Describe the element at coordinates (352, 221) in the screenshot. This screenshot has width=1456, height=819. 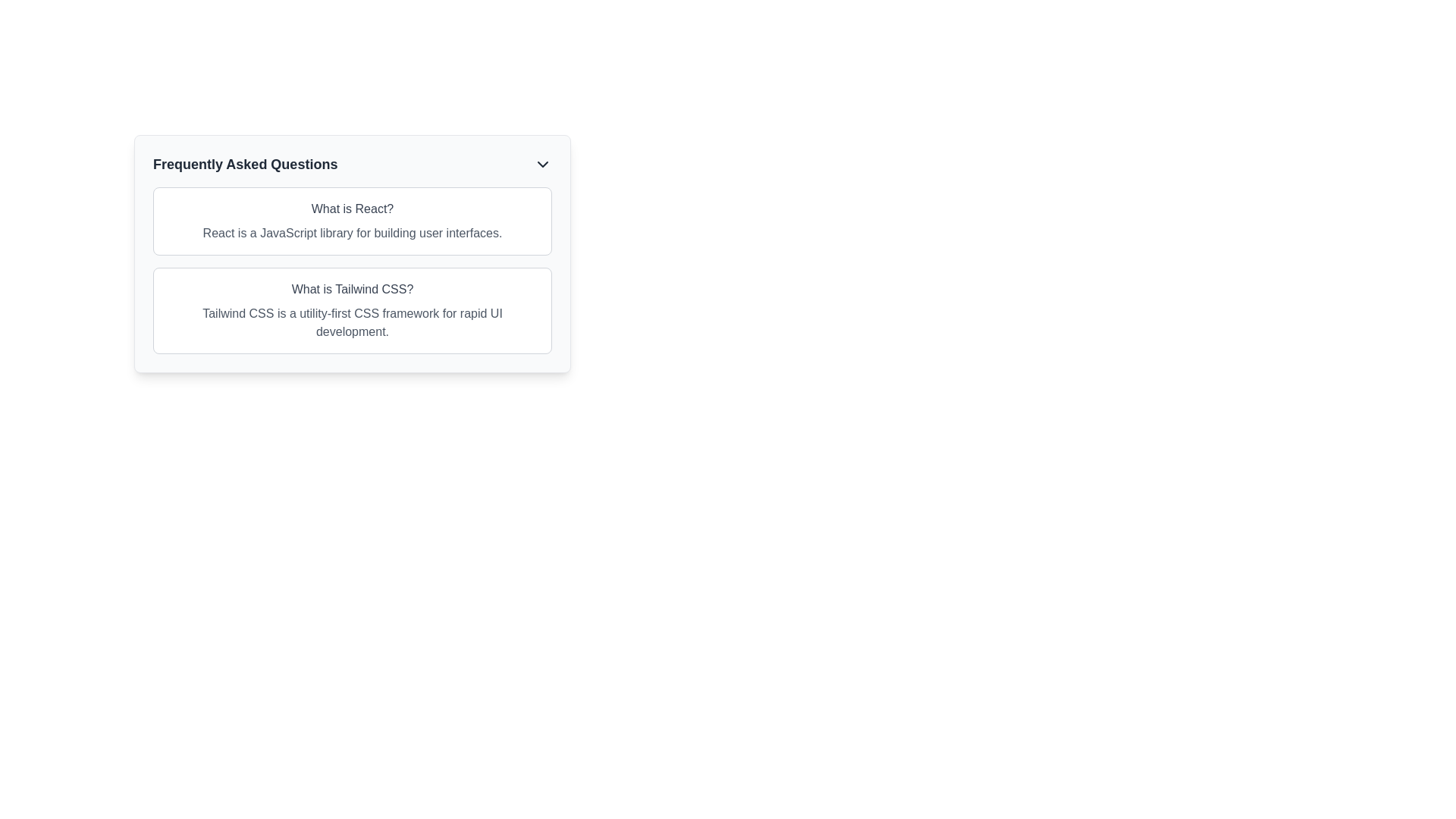
I see `the first informational card about 'React' in the FAQ section, located directly above the card titled 'What is Tailwind CSS'` at that location.